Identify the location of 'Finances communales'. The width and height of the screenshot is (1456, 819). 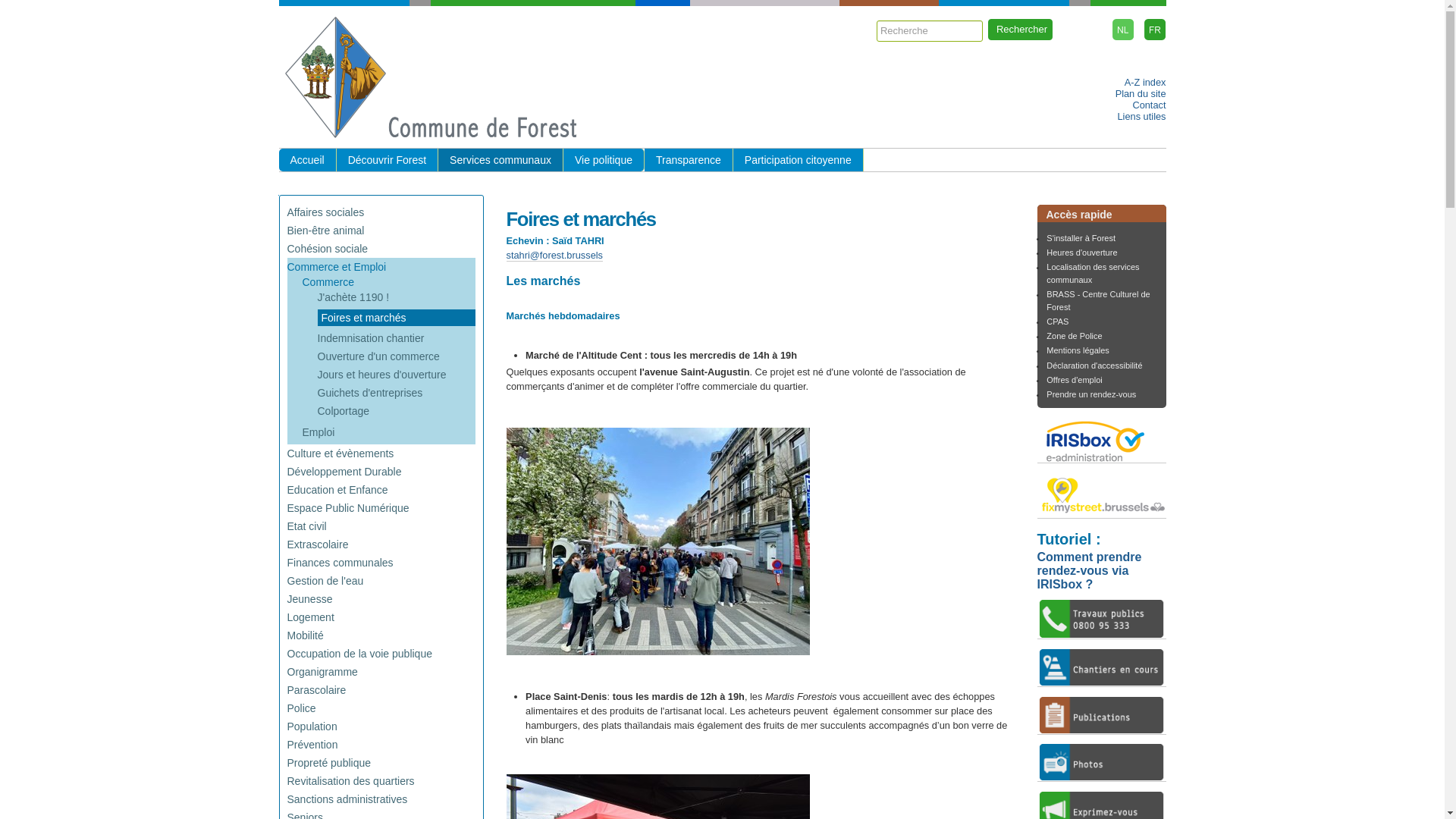
(338, 562).